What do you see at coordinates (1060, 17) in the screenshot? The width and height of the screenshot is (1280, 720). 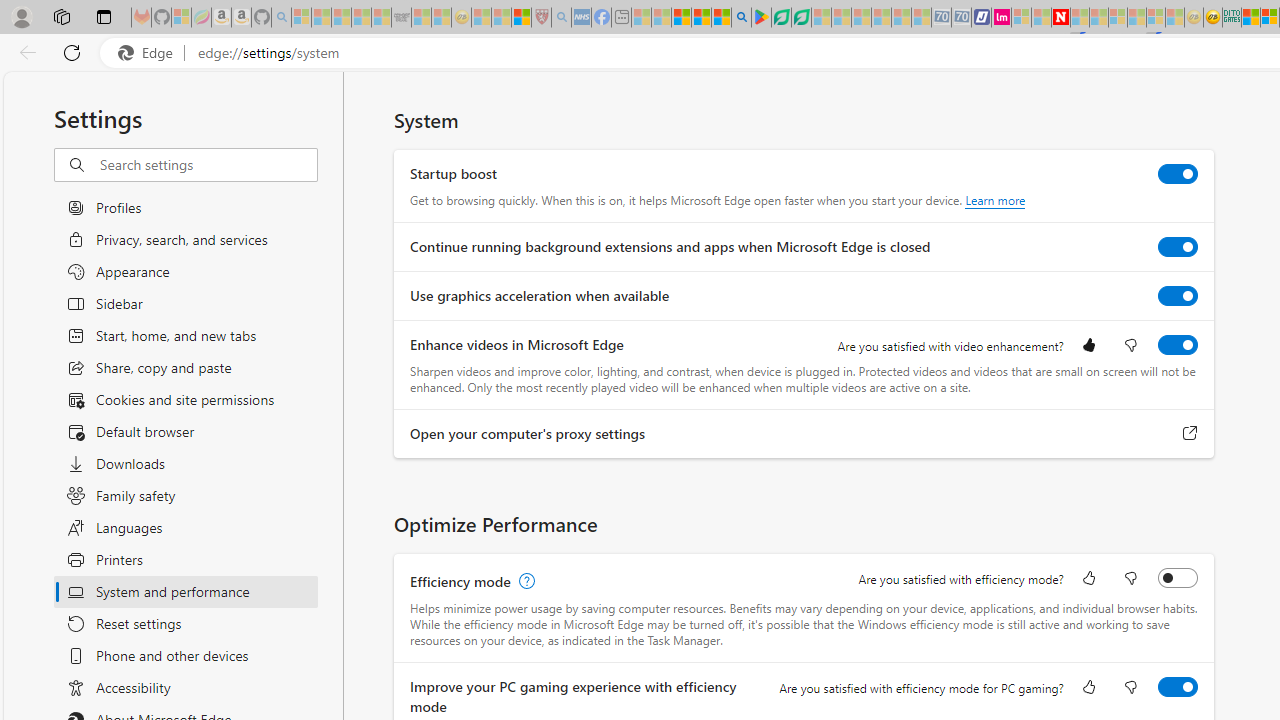 I see `'Latest Politics News & Archive | Newsweek.com'` at bounding box center [1060, 17].